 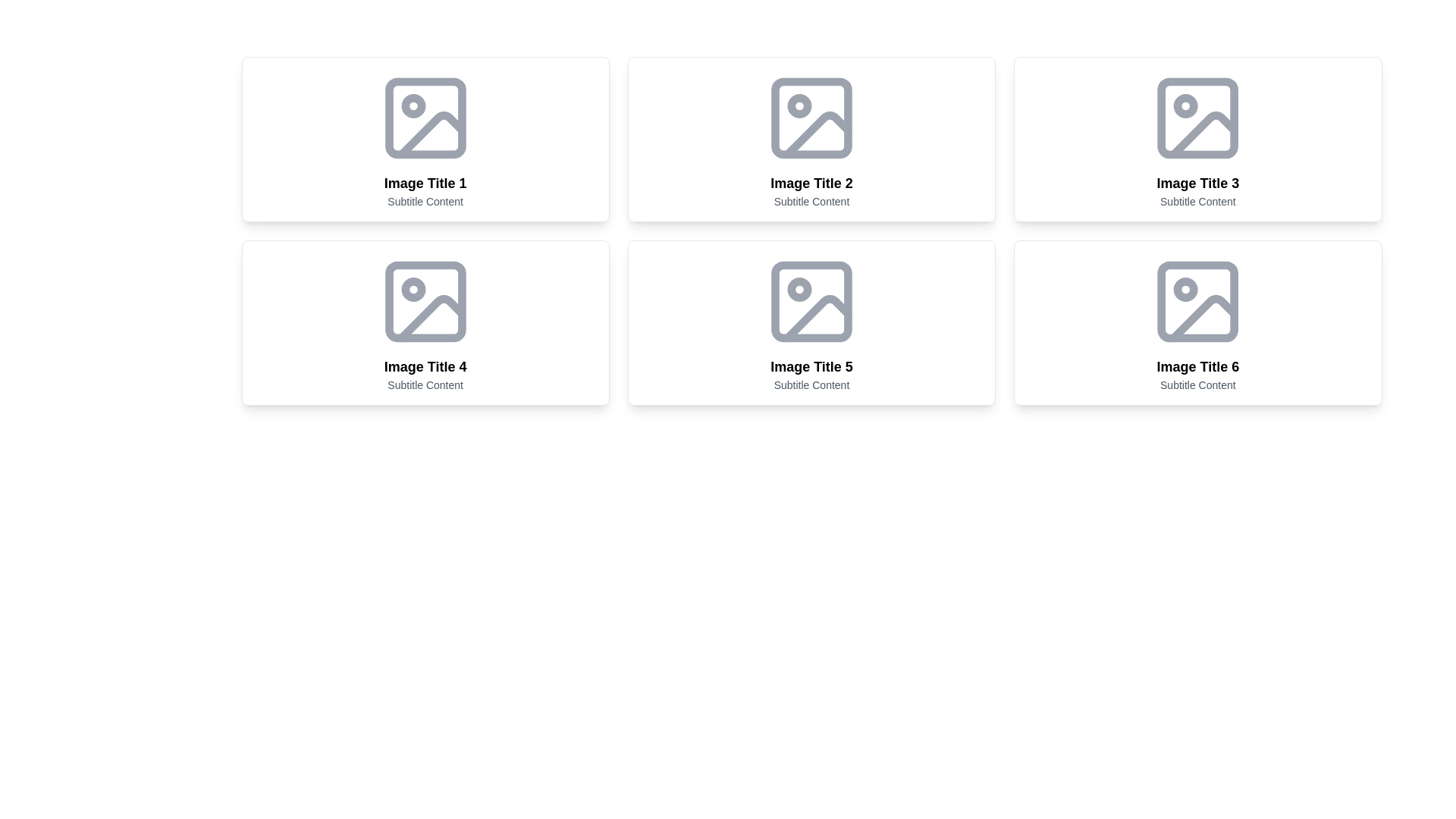 What do you see at coordinates (811, 201) in the screenshot?
I see `the text label displaying 'Subtitle Content', which is located below the headline 'Image Title 2' within a card-like component` at bounding box center [811, 201].